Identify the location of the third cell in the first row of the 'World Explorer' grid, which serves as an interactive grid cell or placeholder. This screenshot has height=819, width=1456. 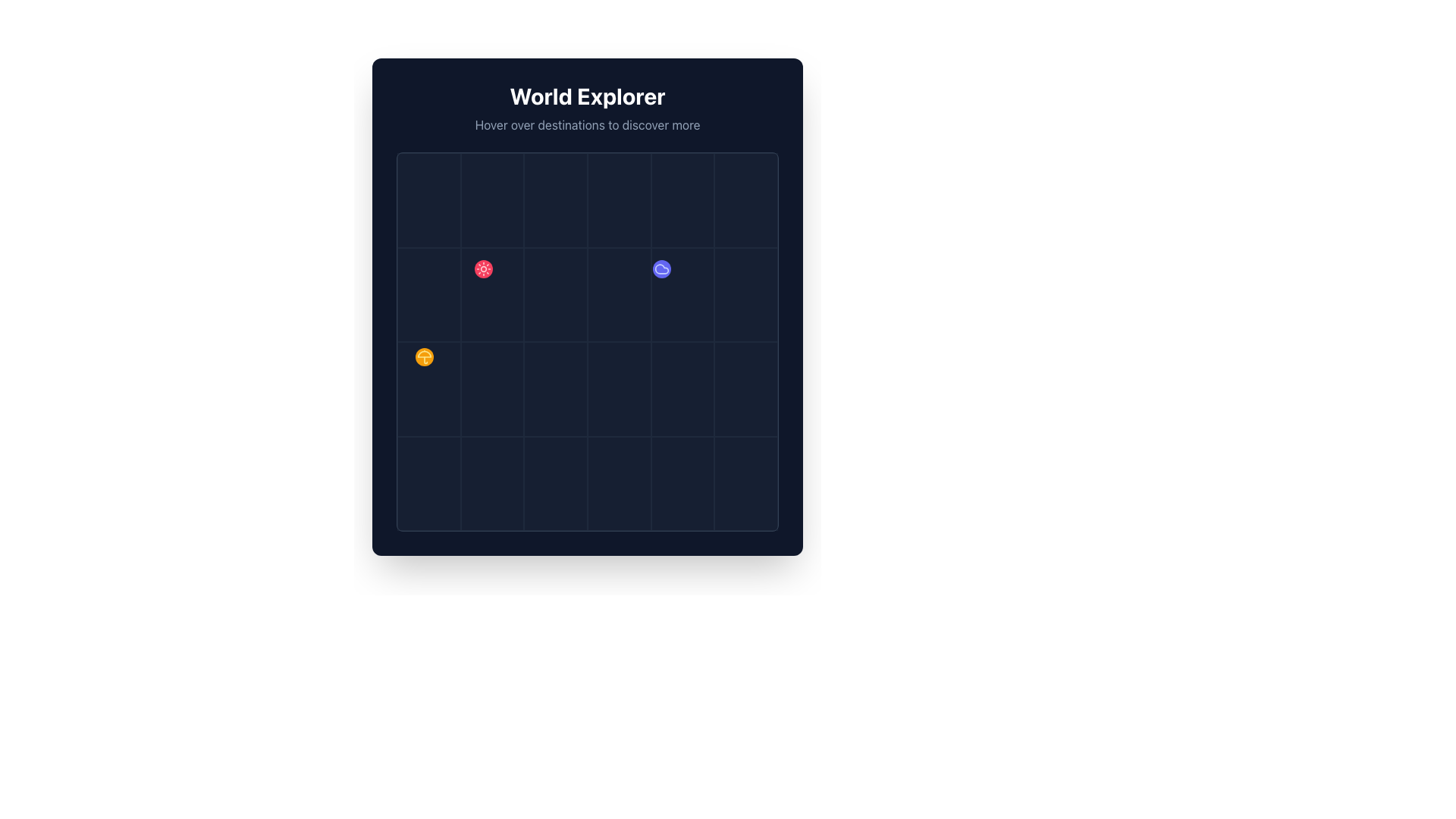
(555, 199).